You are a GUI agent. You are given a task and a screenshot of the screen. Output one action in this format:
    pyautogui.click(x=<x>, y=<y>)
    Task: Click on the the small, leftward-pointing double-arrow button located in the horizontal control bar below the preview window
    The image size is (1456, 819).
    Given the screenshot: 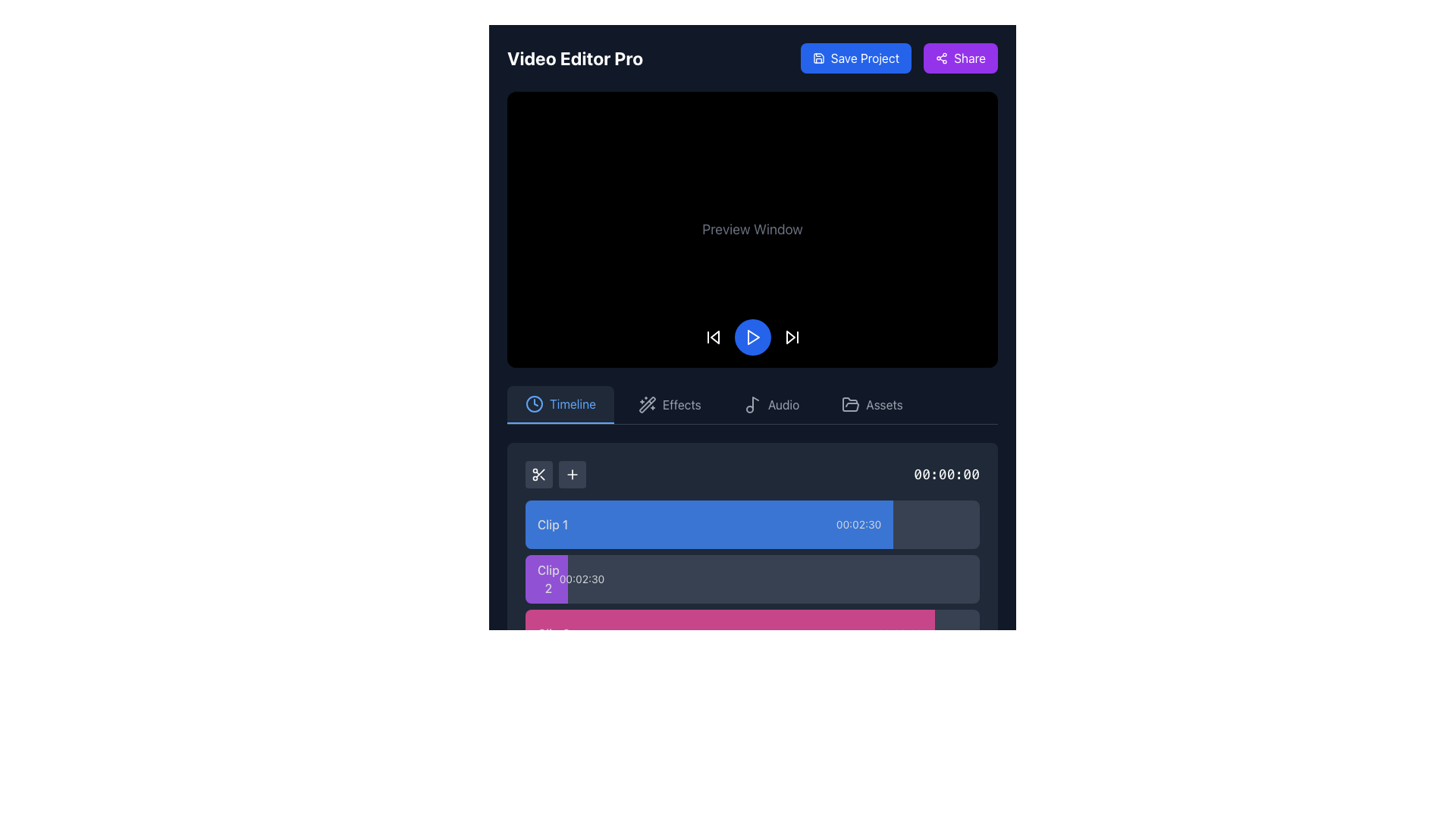 What is the action you would take?
    pyautogui.click(x=712, y=336)
    